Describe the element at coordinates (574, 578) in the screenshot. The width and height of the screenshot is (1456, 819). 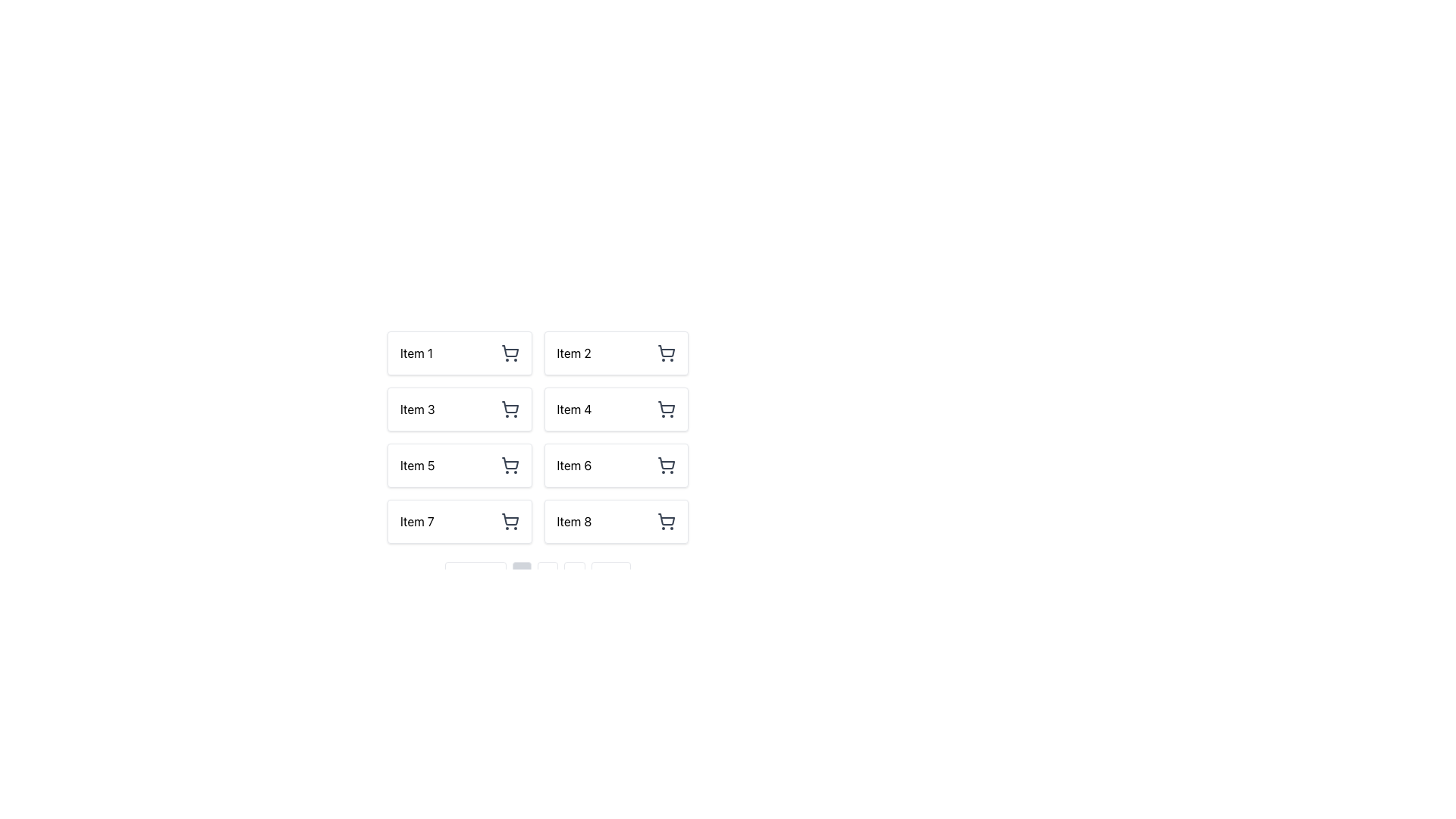
I see `the button labeled '3' located in the bottom navigation bar` at that location.